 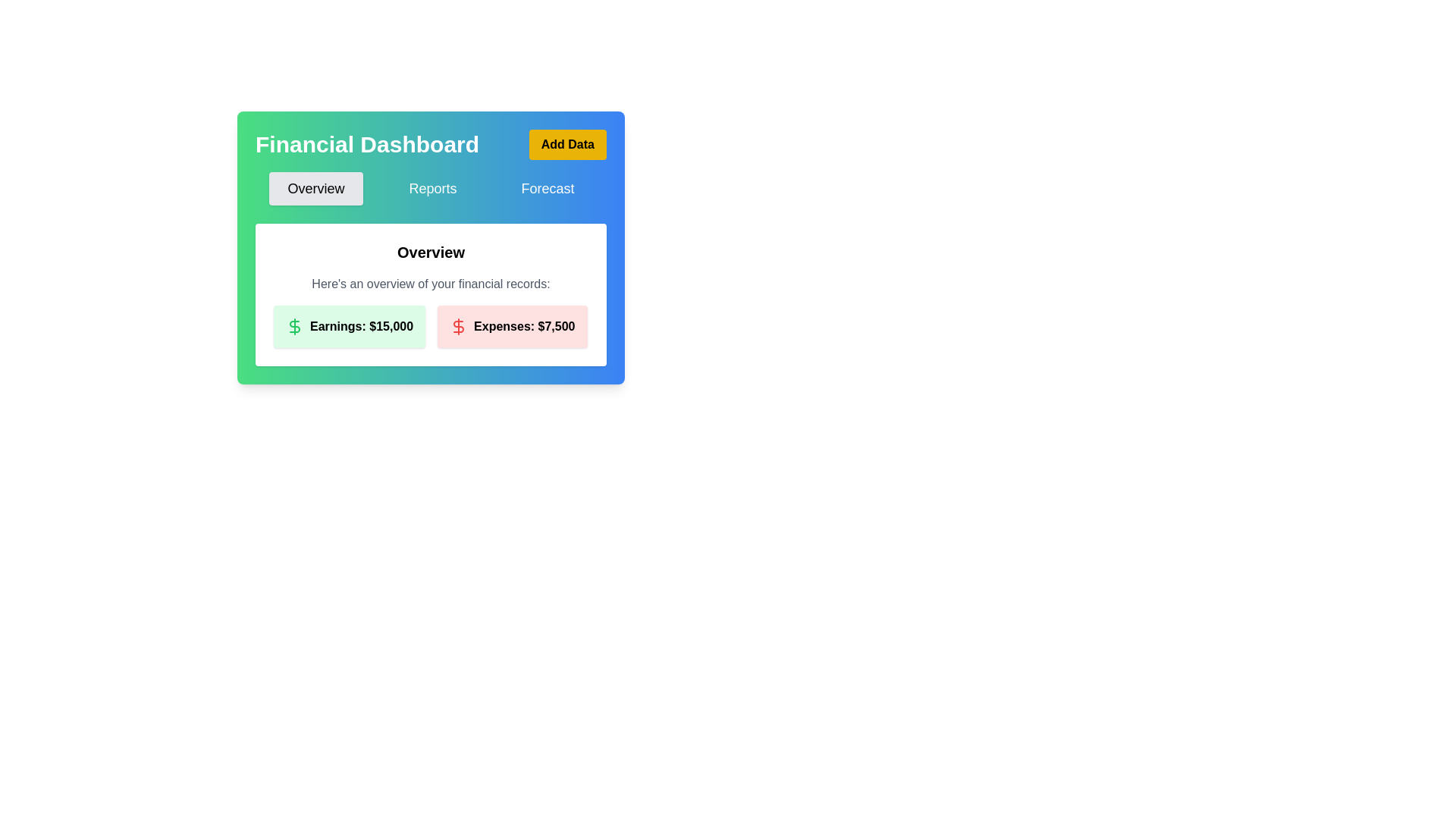 What do you see at coordinates (430, 295) in the screenshot?
I see `financial data summary displayed in the Summary display box located in the center of the dashboard below the navigation buttons` at bounding box center [430, 295].